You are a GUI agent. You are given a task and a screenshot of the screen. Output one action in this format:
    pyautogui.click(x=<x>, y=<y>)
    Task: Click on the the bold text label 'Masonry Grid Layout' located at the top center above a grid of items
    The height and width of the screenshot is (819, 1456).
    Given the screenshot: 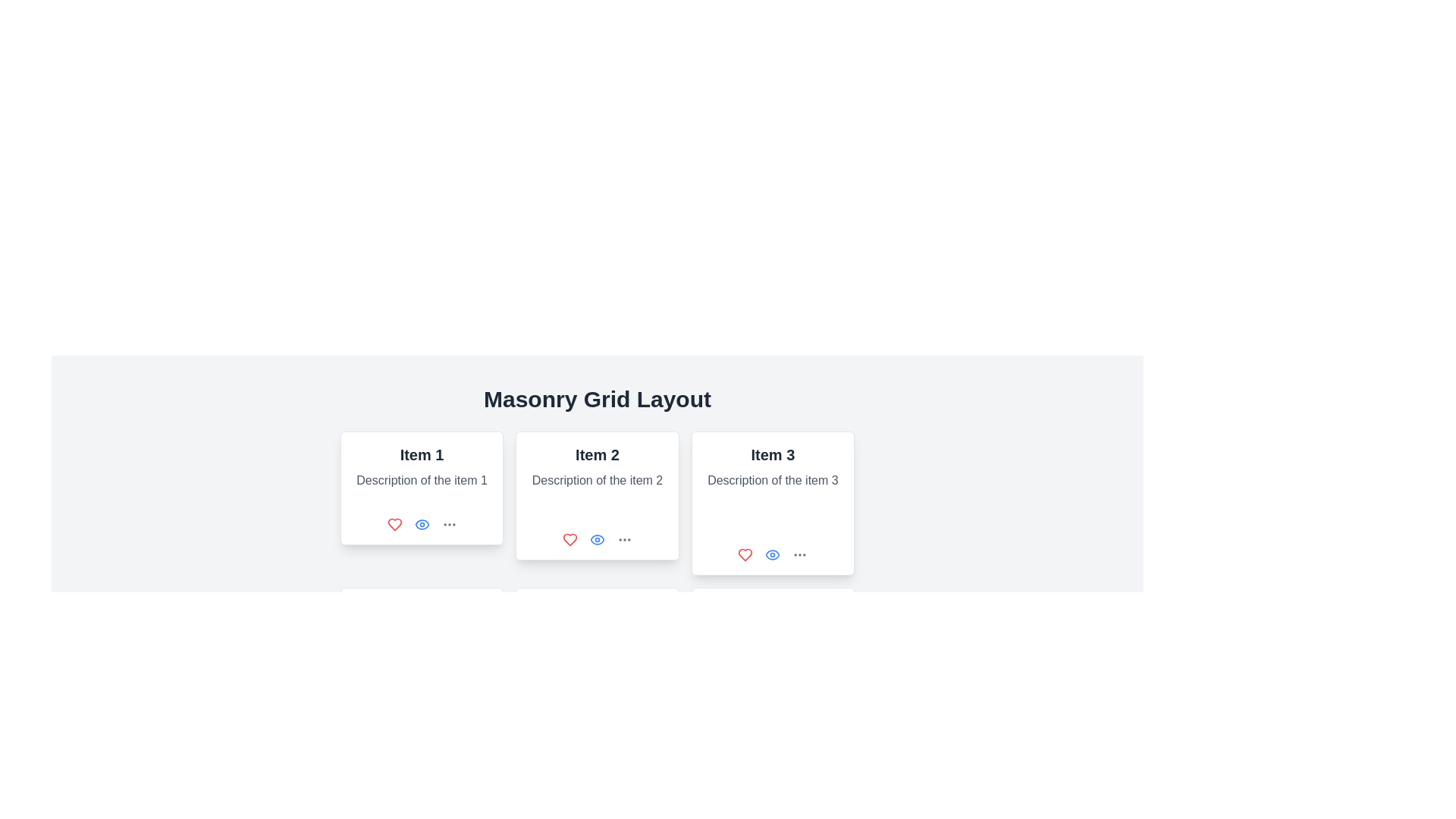 What is the action you would take?
    pyautogui.click(x=596, y=399)
    